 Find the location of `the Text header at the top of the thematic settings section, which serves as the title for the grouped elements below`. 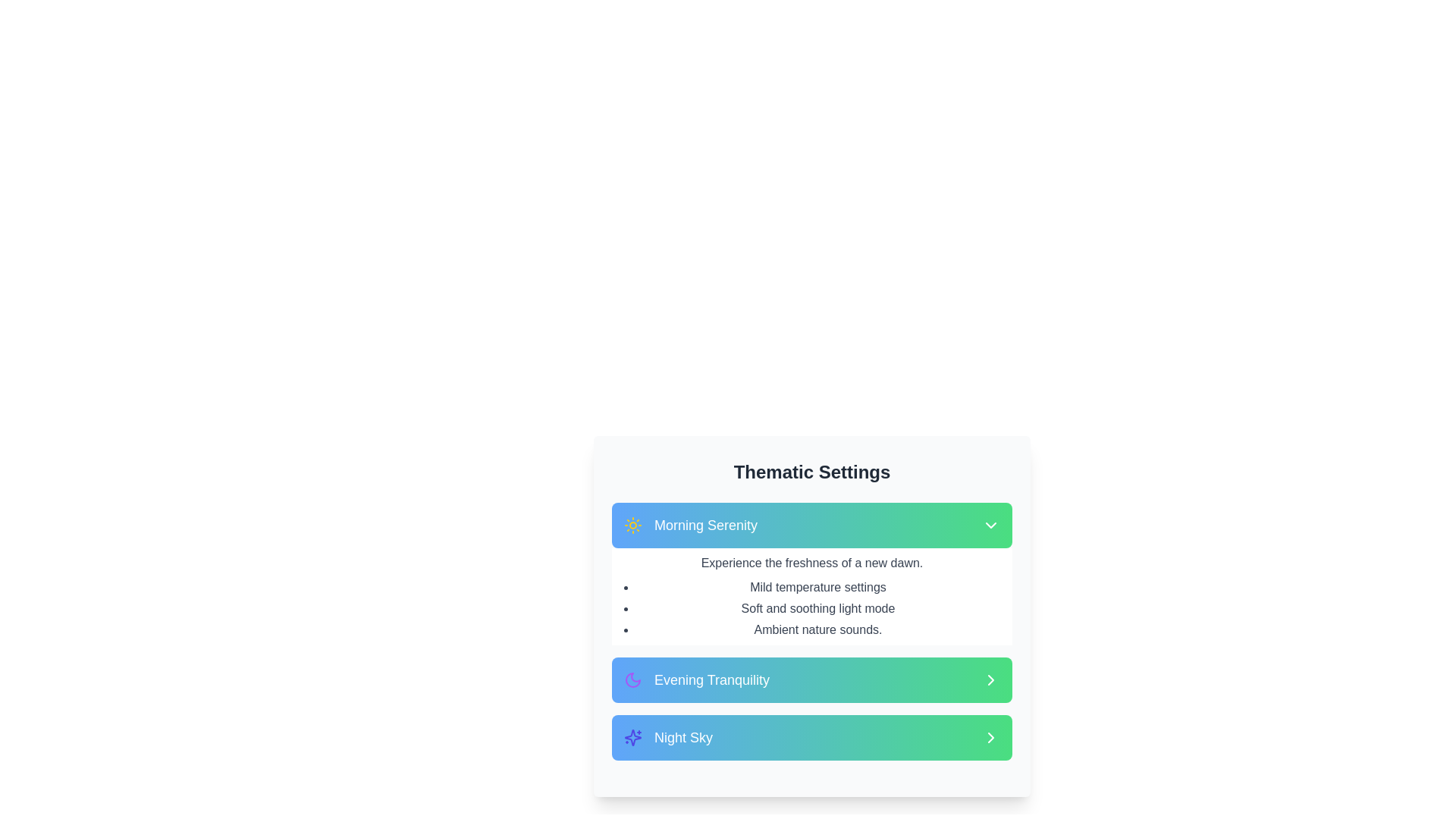

the Text header at the top of the thematic settings section, which serves as the title for the grouped elements below is located at coordinates (811, 472).